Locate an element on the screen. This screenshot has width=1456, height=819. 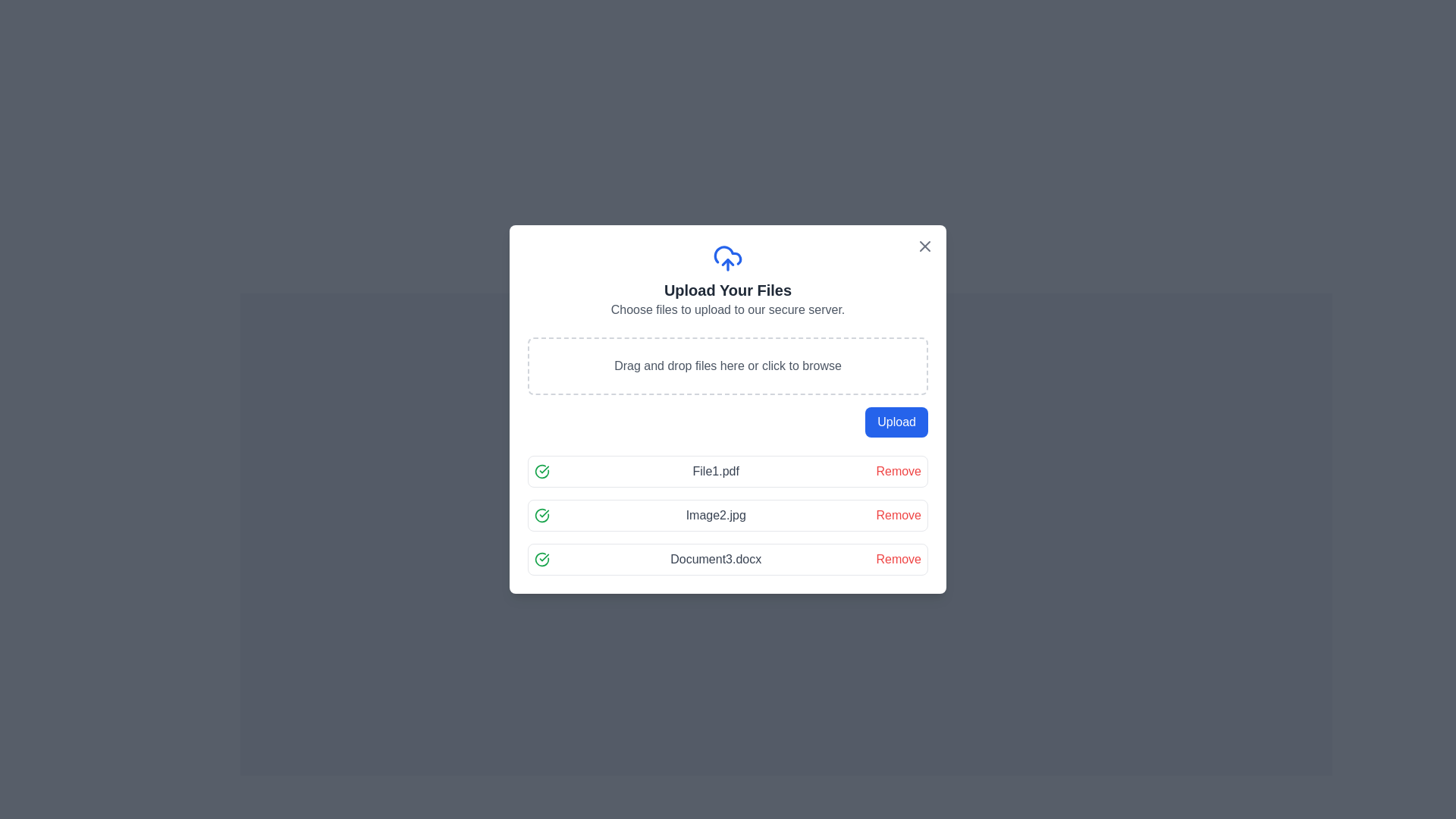
the text label displaying 'Document3.docx' which is located between a green check icon and a red 'Remove' link in the third row of the uploaded files list is located at coordinates (715, 559).